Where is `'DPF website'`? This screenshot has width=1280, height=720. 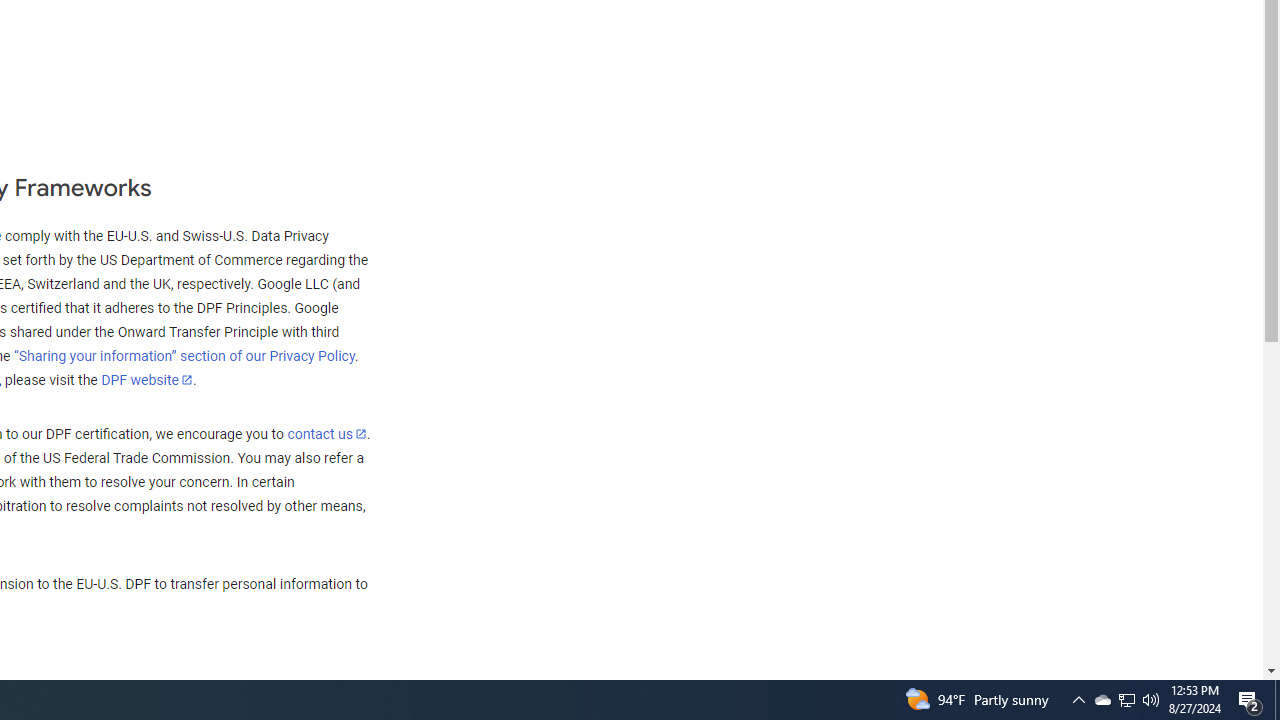 'DPF website' is located at coordinates (146, 379).